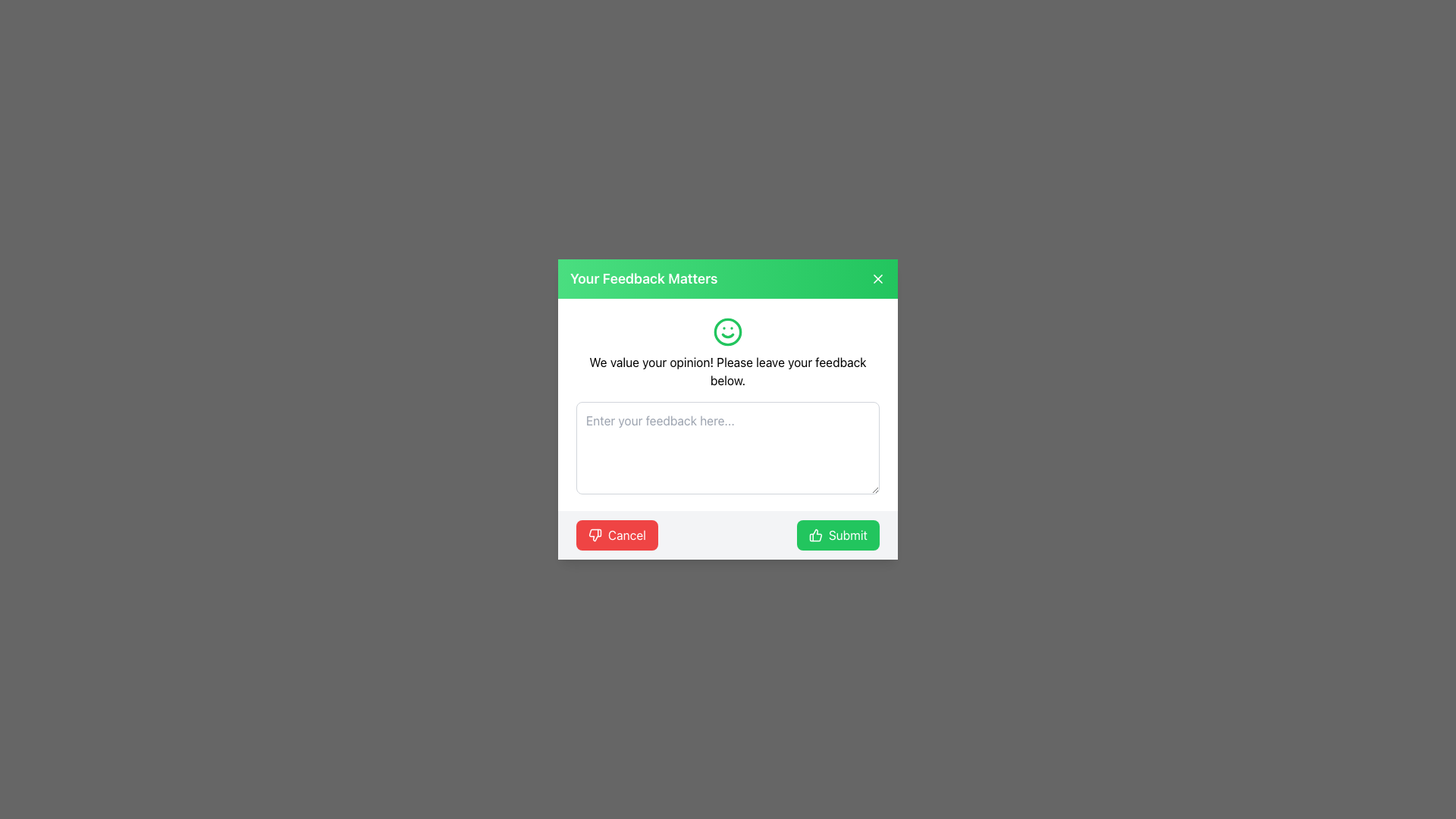  I want to click on the 'thumbs-down' icon with a red background located, so click(595, 534).